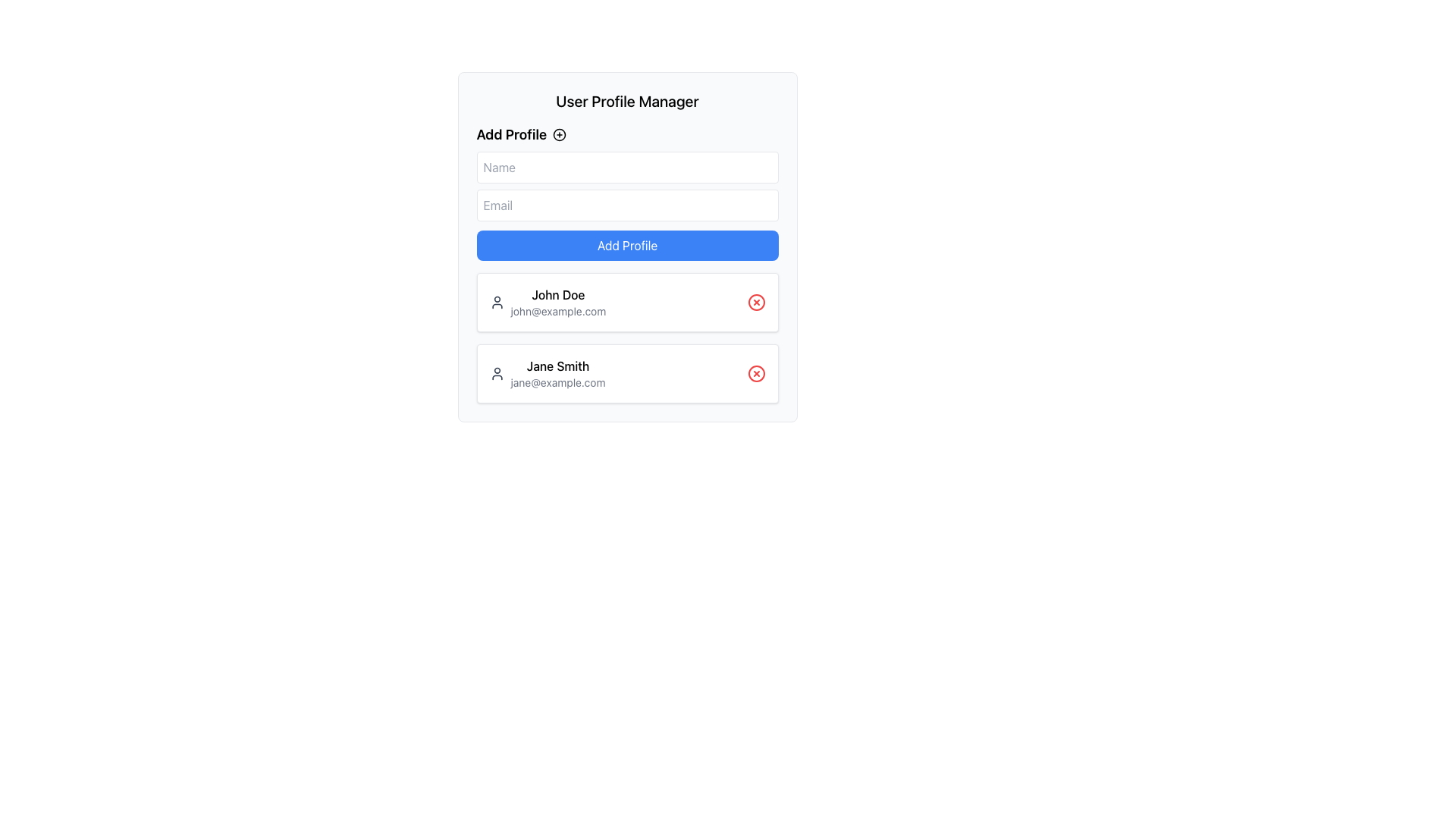 The width and height of the screenshot is (1456, 819). Describe the element at coordinates (546, 374) in the screenshot. I see `to select the profile entry for 'Jane Smith', which is the second entry in the 'Add Profile' section, located below 'John Doe'` at that location.